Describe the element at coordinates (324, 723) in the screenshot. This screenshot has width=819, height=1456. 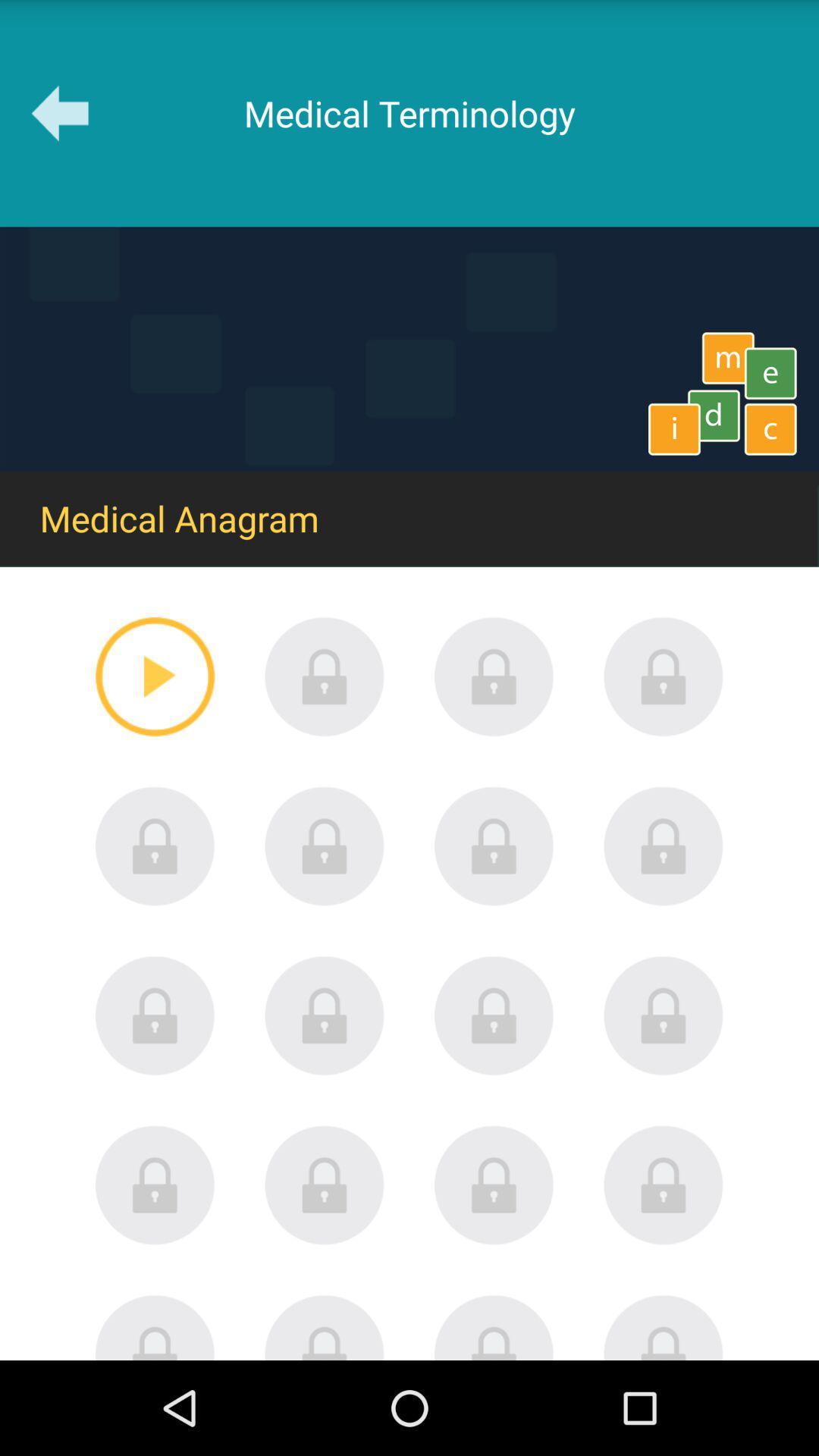
I see `the lock icon` at that location.